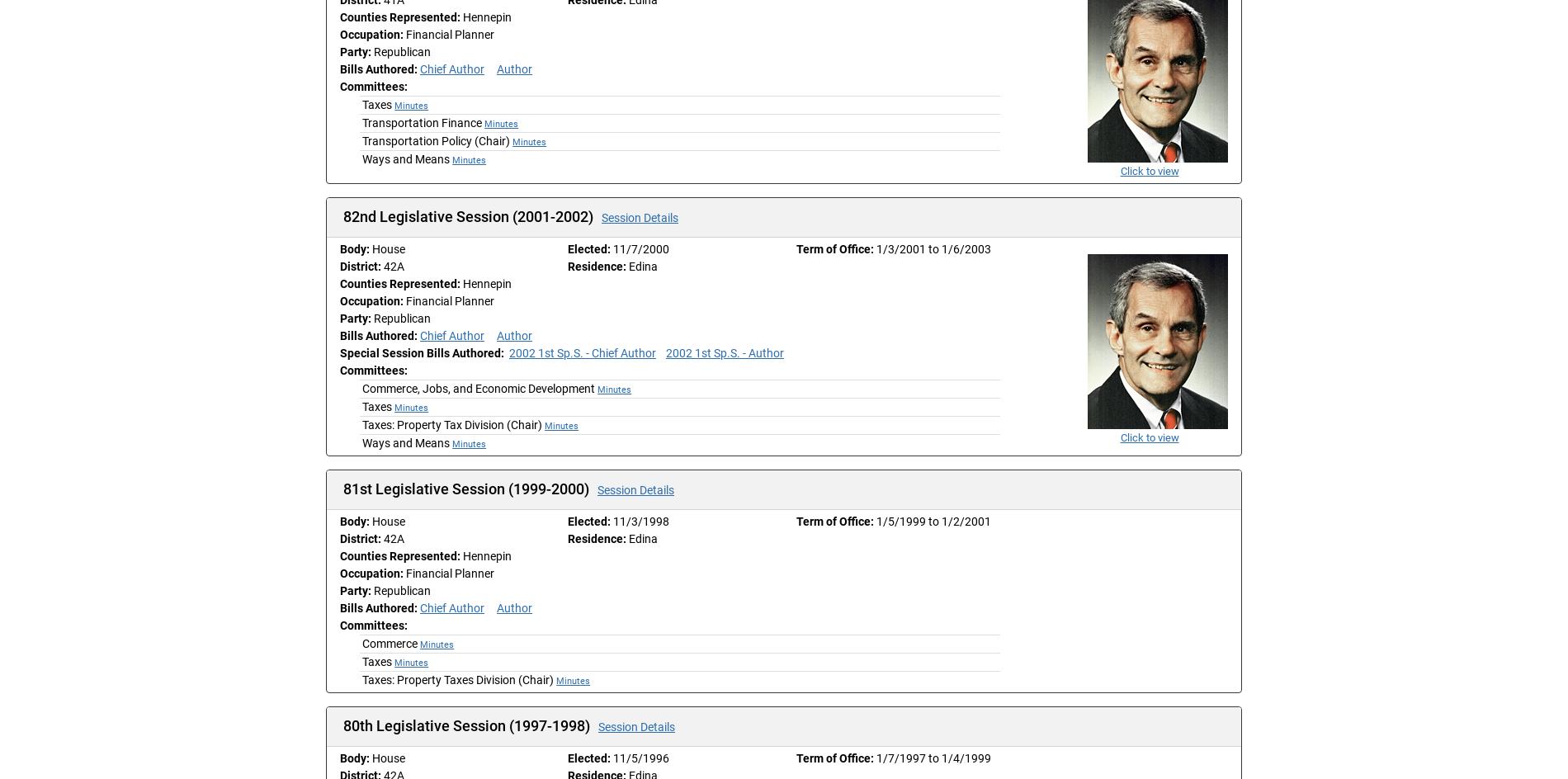 This screenshot has width=1568, height=779. I want to click on '1/3/2001 to 1/6/2003', so click(933, 248).